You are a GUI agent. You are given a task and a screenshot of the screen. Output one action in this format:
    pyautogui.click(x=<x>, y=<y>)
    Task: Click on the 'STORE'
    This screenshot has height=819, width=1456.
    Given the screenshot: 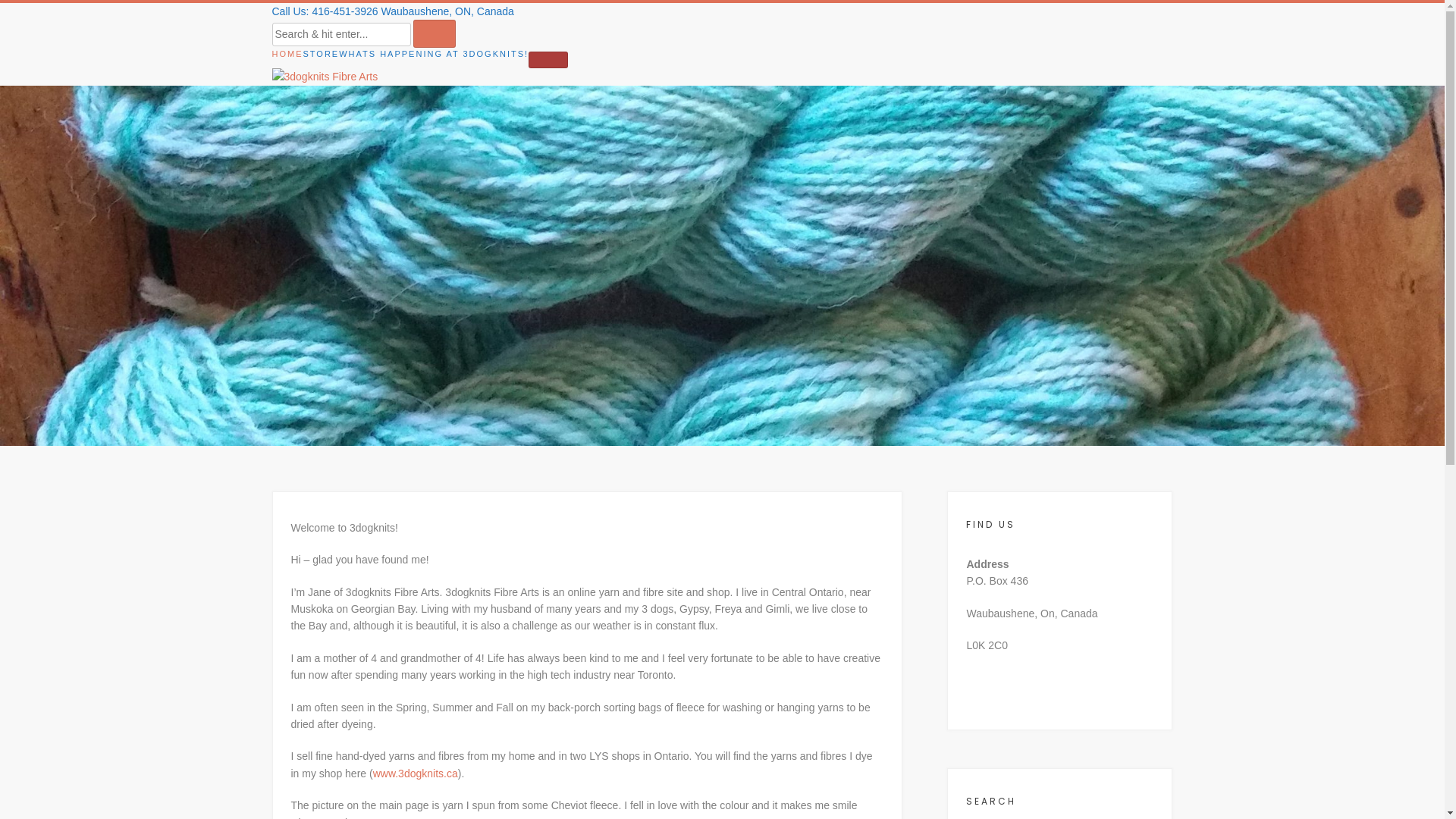 What is the action you would take?
    pyautogui.click(x=303, y=54)
    